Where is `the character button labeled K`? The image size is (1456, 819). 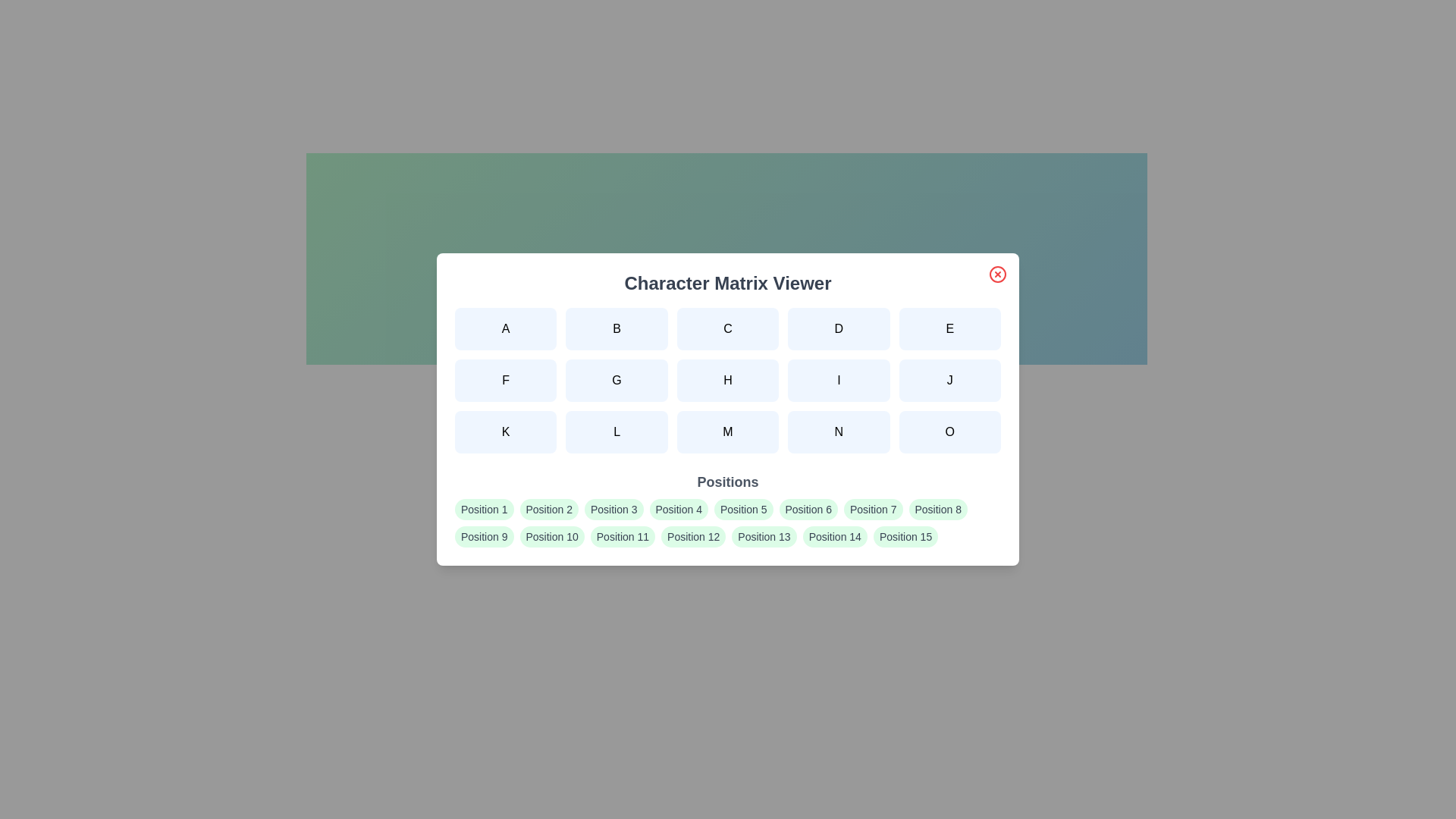 the character button labeled K is located at coordinates (506, 432).